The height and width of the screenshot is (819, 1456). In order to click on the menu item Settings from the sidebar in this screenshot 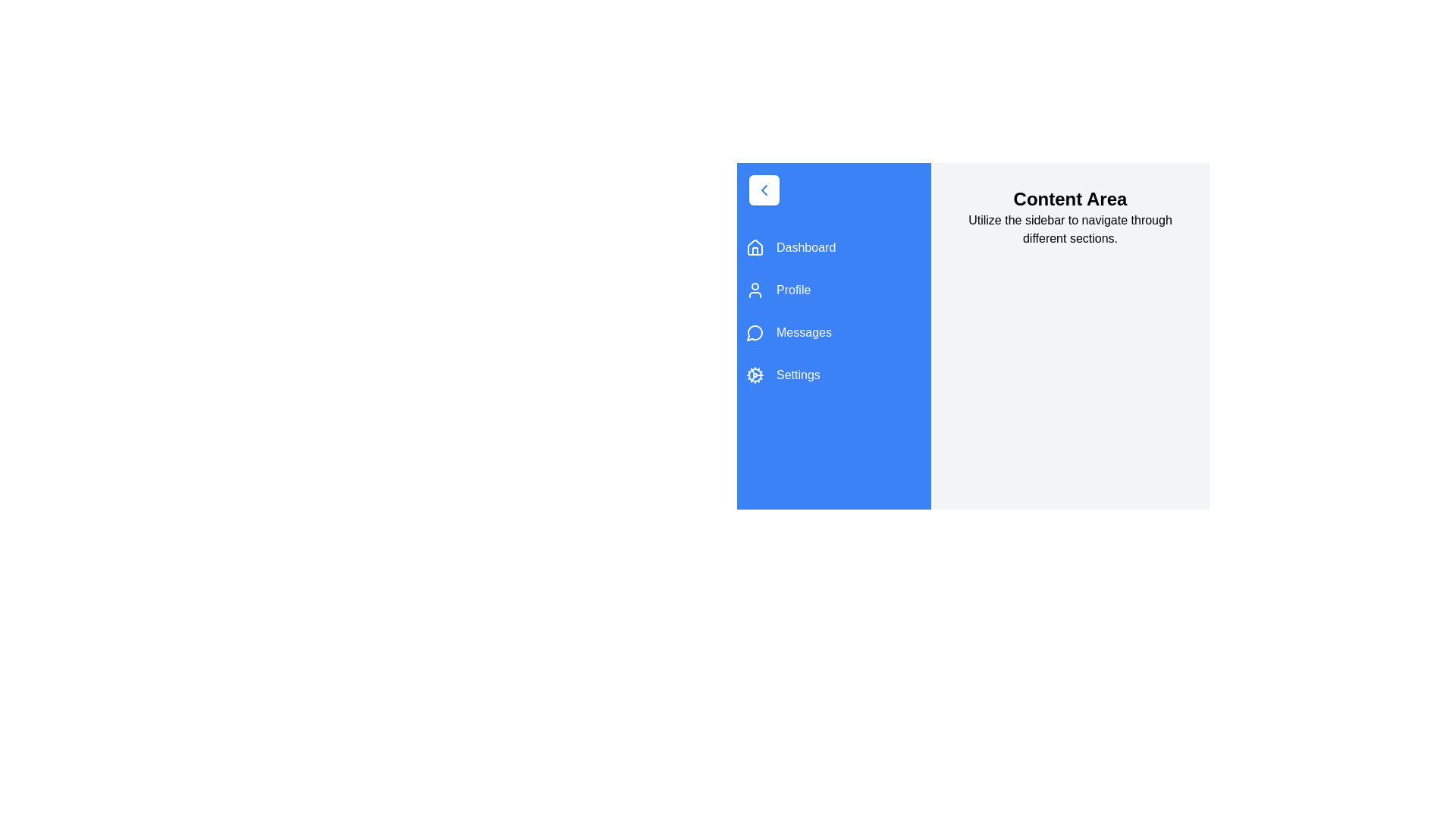, I will do `click(833, 375)`.